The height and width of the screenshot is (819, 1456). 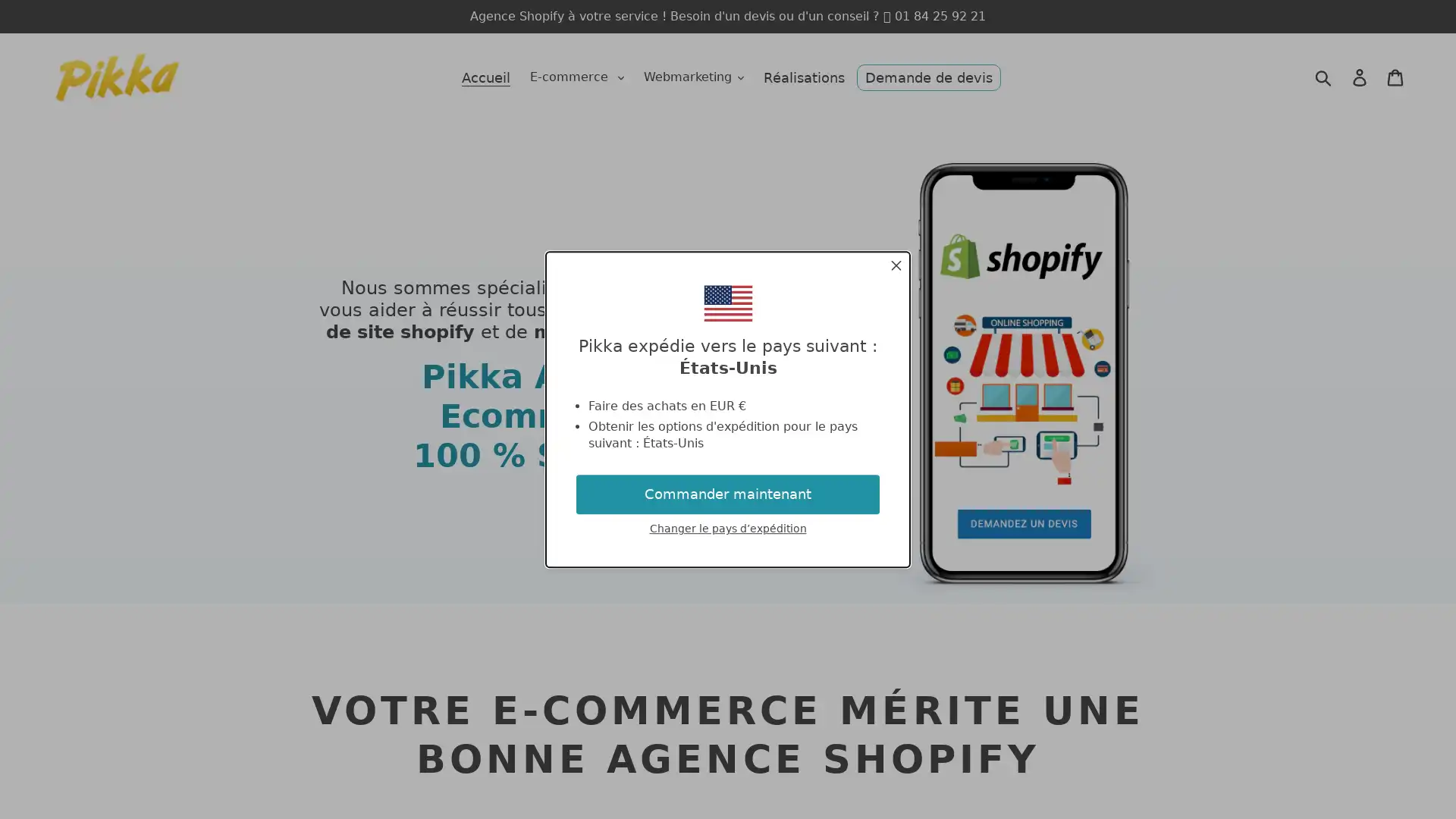 What do you see at coordinates (728, 494) in the screenshot?
I see `Commander maintenant` at bounding box center [728, 494].